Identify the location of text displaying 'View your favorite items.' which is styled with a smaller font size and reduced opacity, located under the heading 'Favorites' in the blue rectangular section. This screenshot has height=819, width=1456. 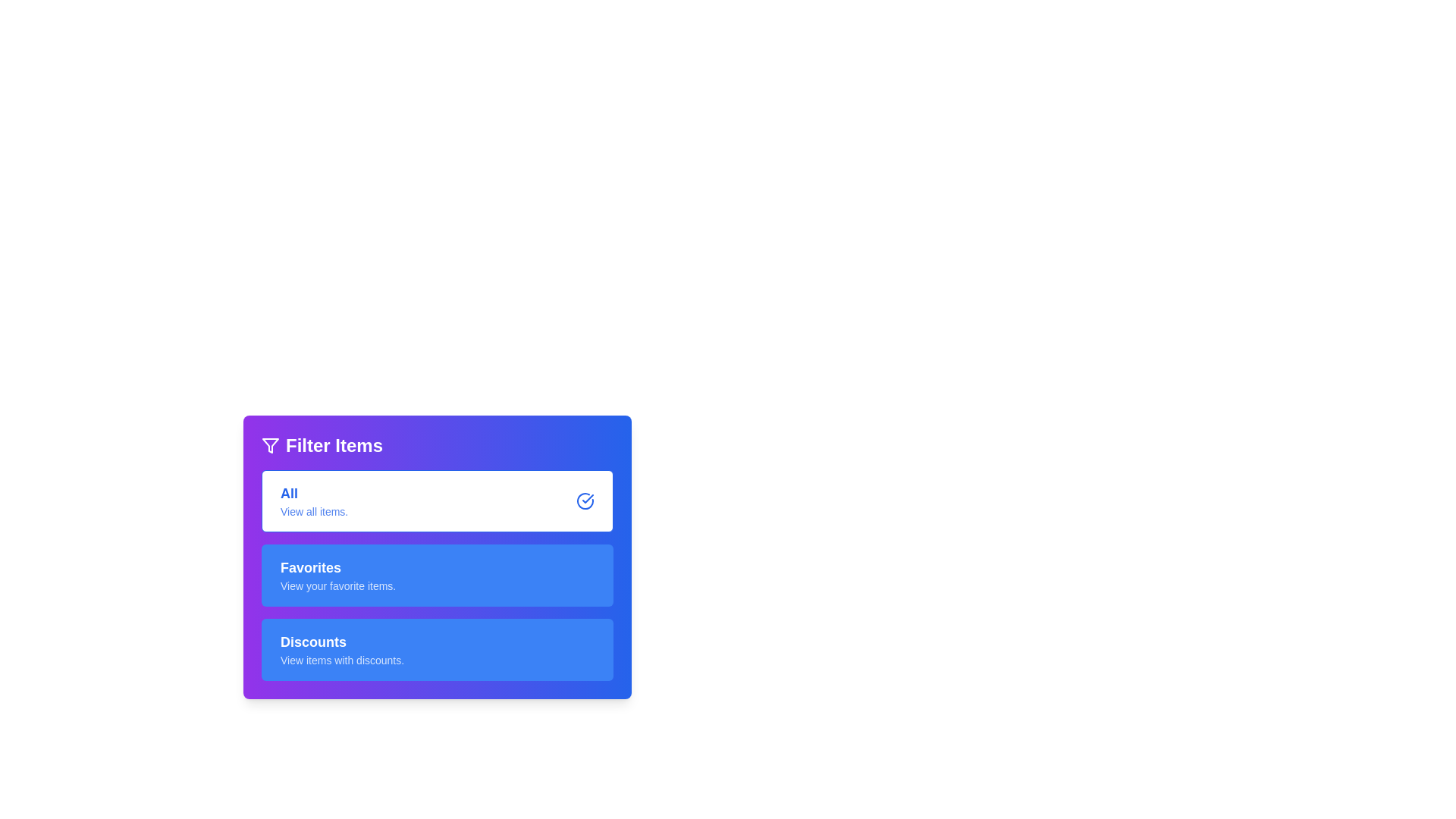
(337, 585).